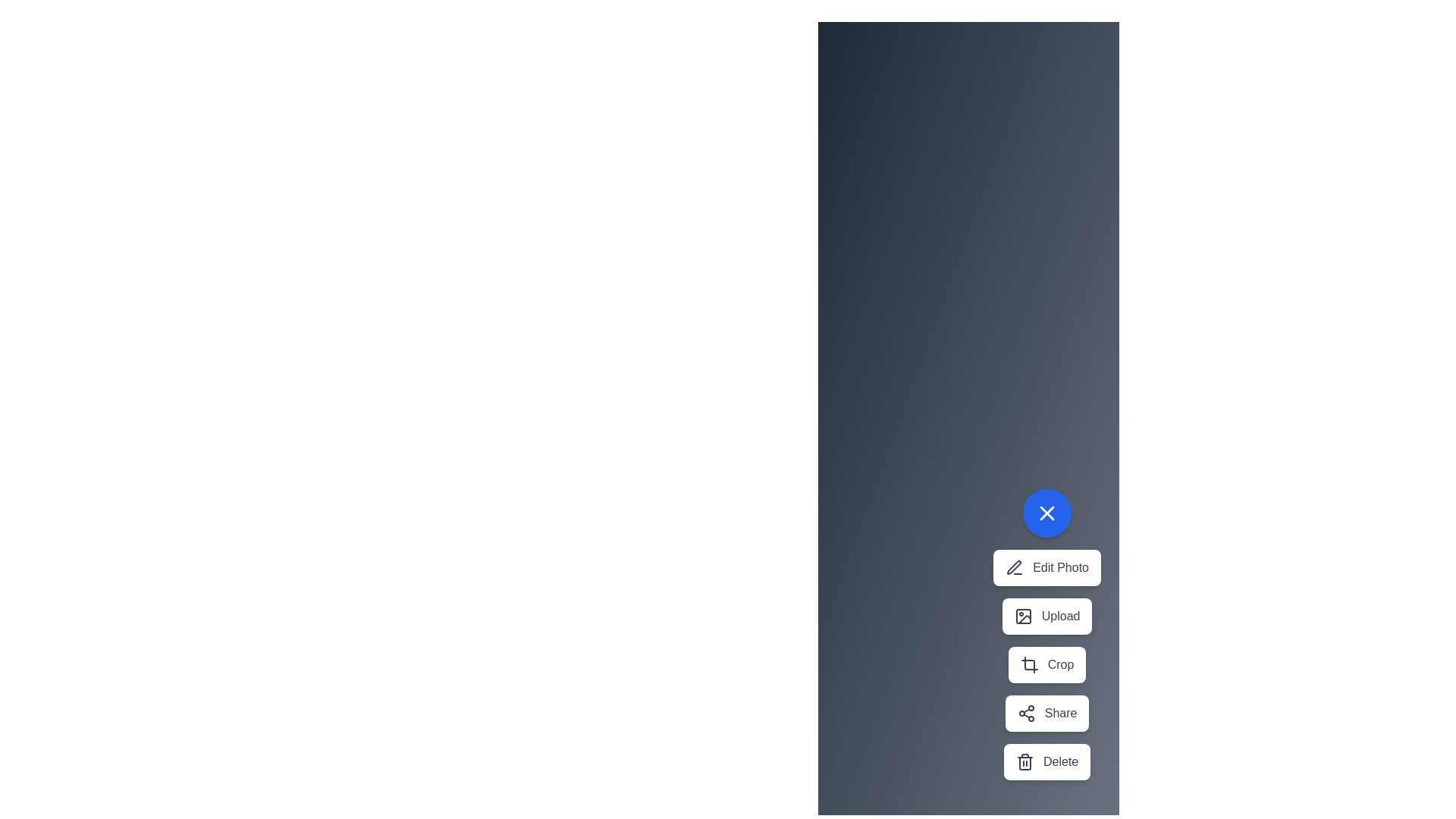  What do you see at coordinates (1046, 714) in the screenshot?
I see `the Share button in the speed dial menu` at bounding box center [1046, 714].